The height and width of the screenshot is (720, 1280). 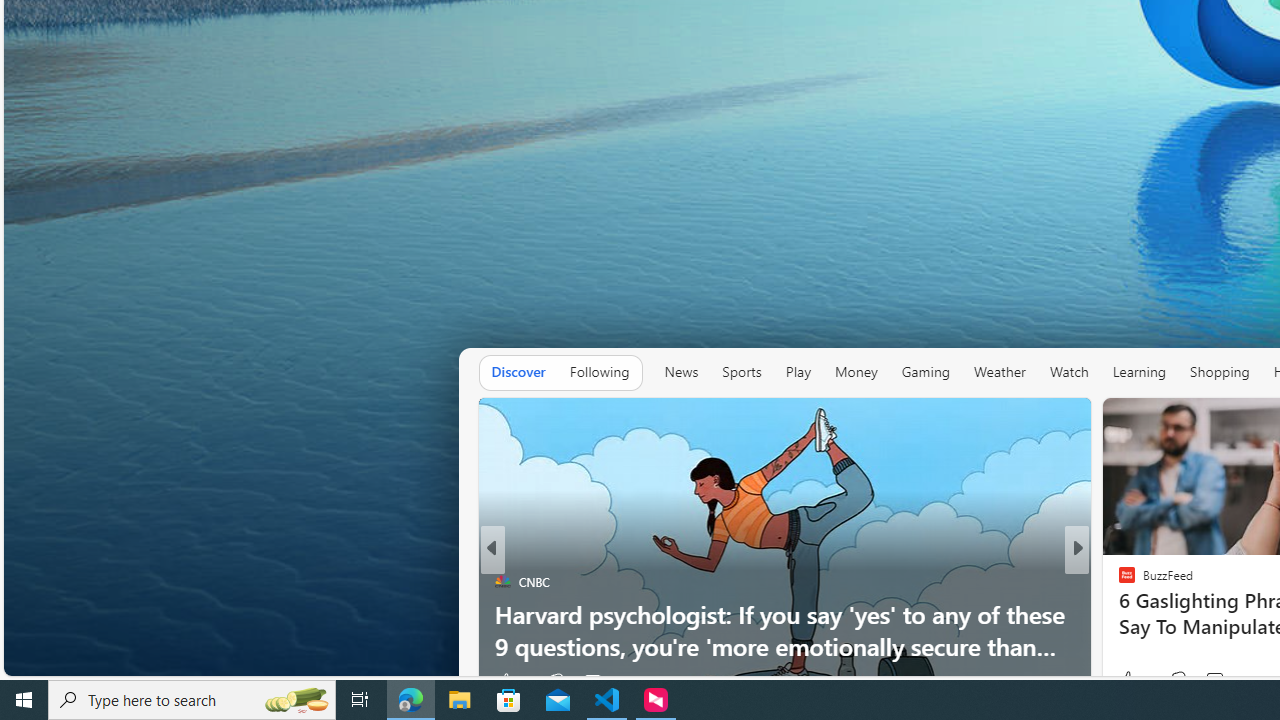 I want to click on 'Dislike', so click(x=1178, y=679).